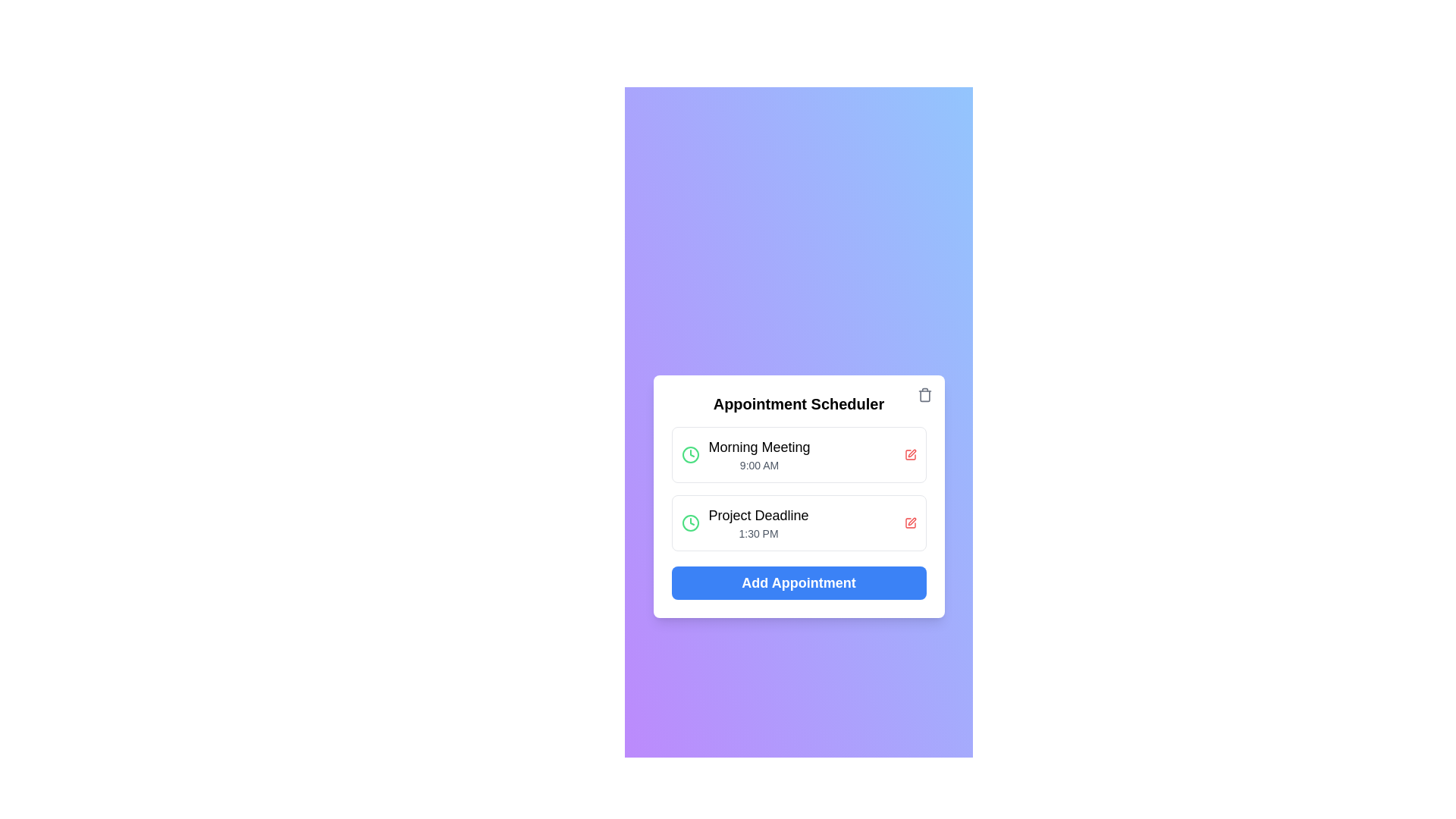  What do you see at coordinates (798, 403) in the screenshot?
I see `text header displaying 'Appointment Scheduler' to understand the section context` at bounding box center [798, 403].